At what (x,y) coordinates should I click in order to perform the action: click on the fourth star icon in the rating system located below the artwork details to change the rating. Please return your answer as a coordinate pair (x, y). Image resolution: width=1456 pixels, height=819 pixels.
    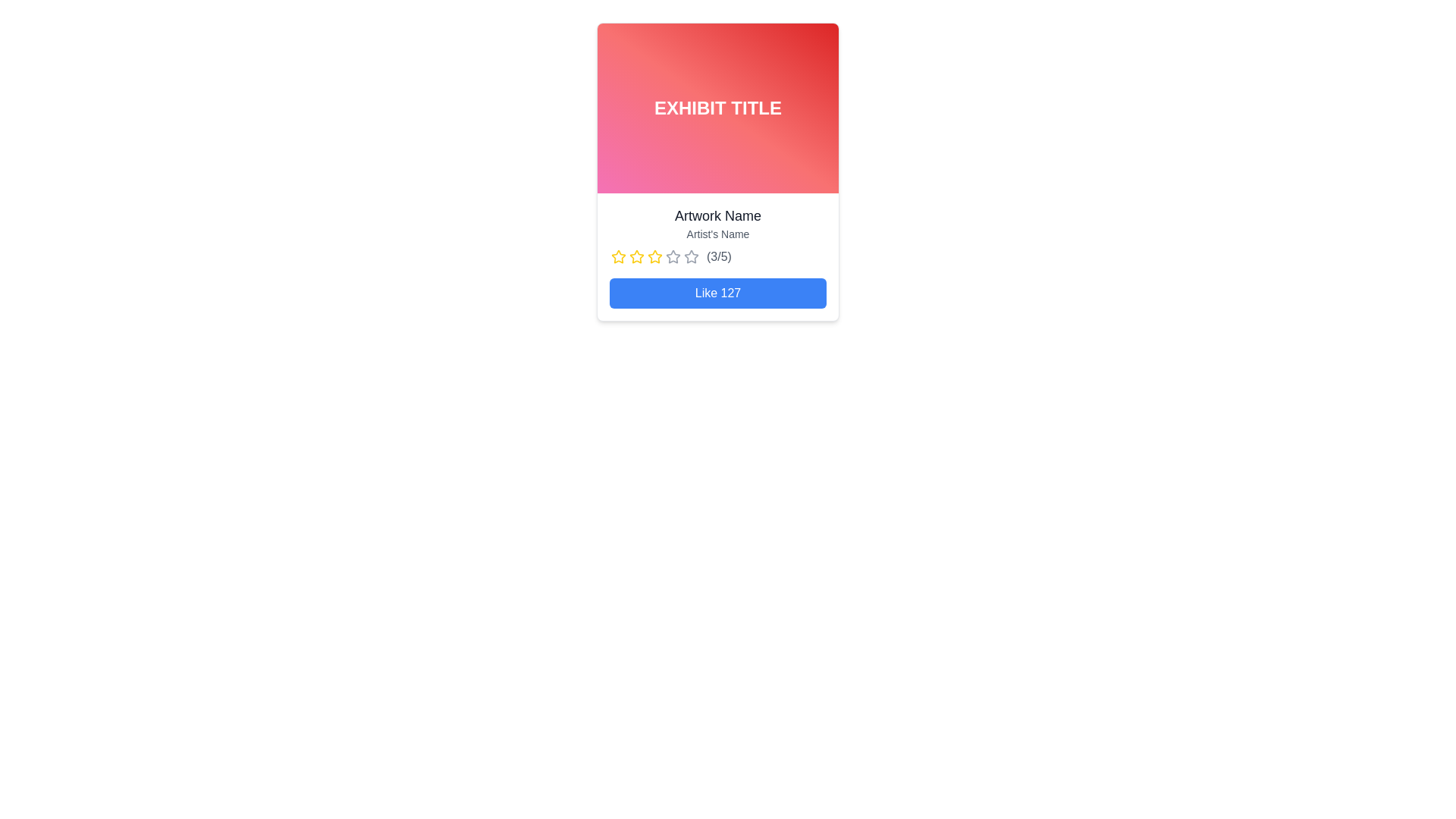
    Looking at the image, I should click on (655, 256).